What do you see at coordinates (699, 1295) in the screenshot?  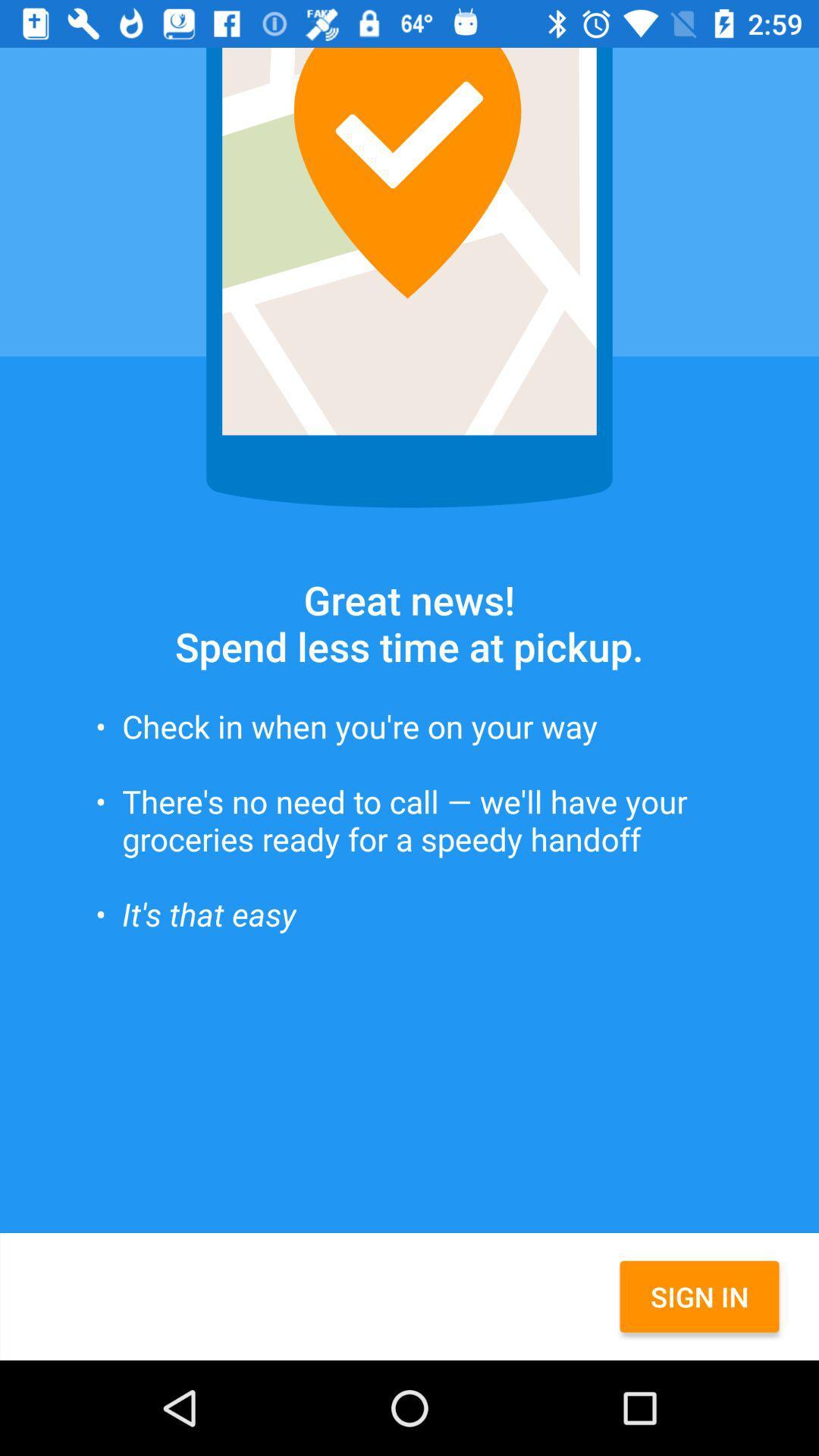 I see `sign in icon` at bounding box center [699, 1295].